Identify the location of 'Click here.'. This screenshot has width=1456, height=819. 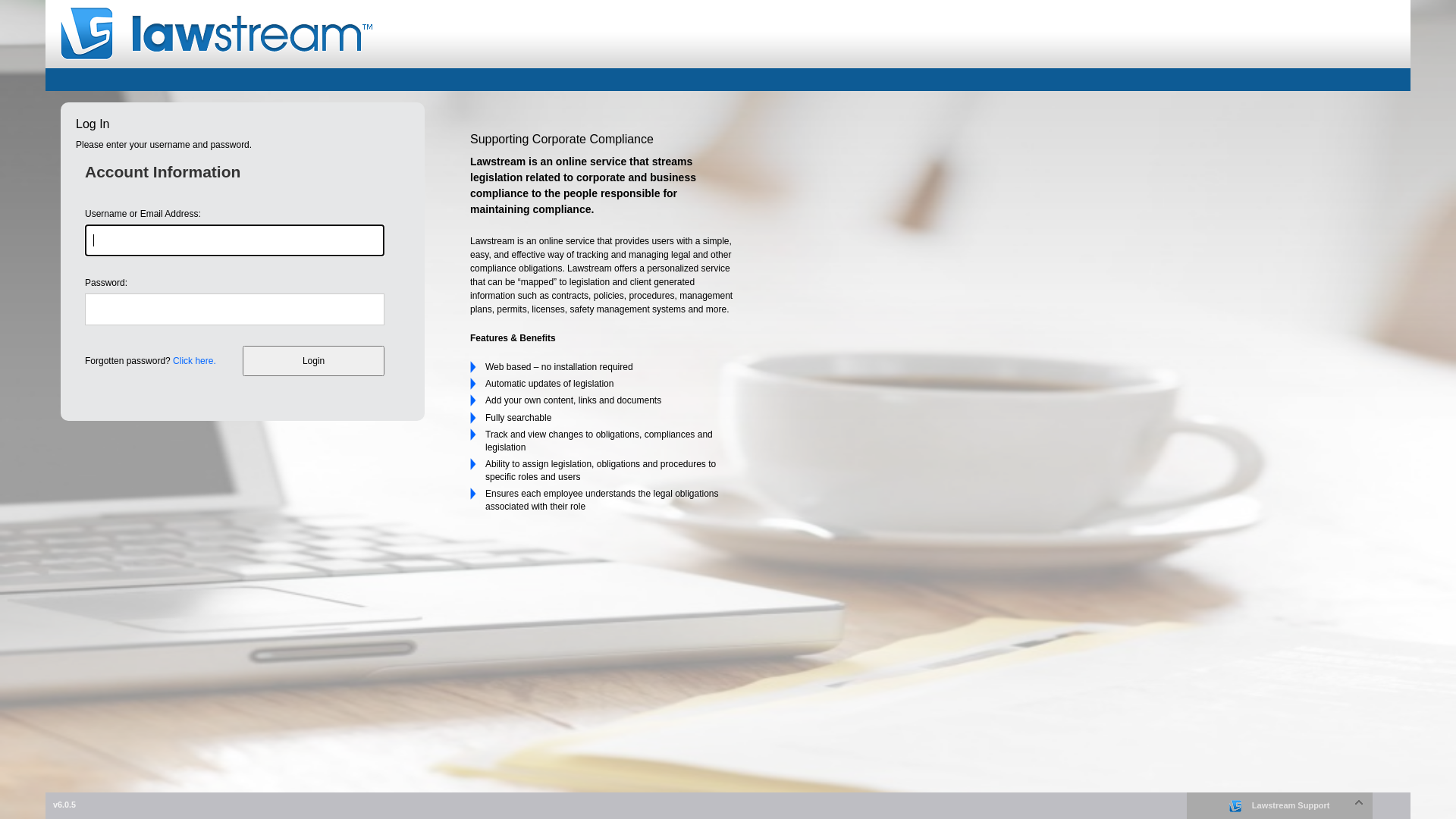
(193, 360).